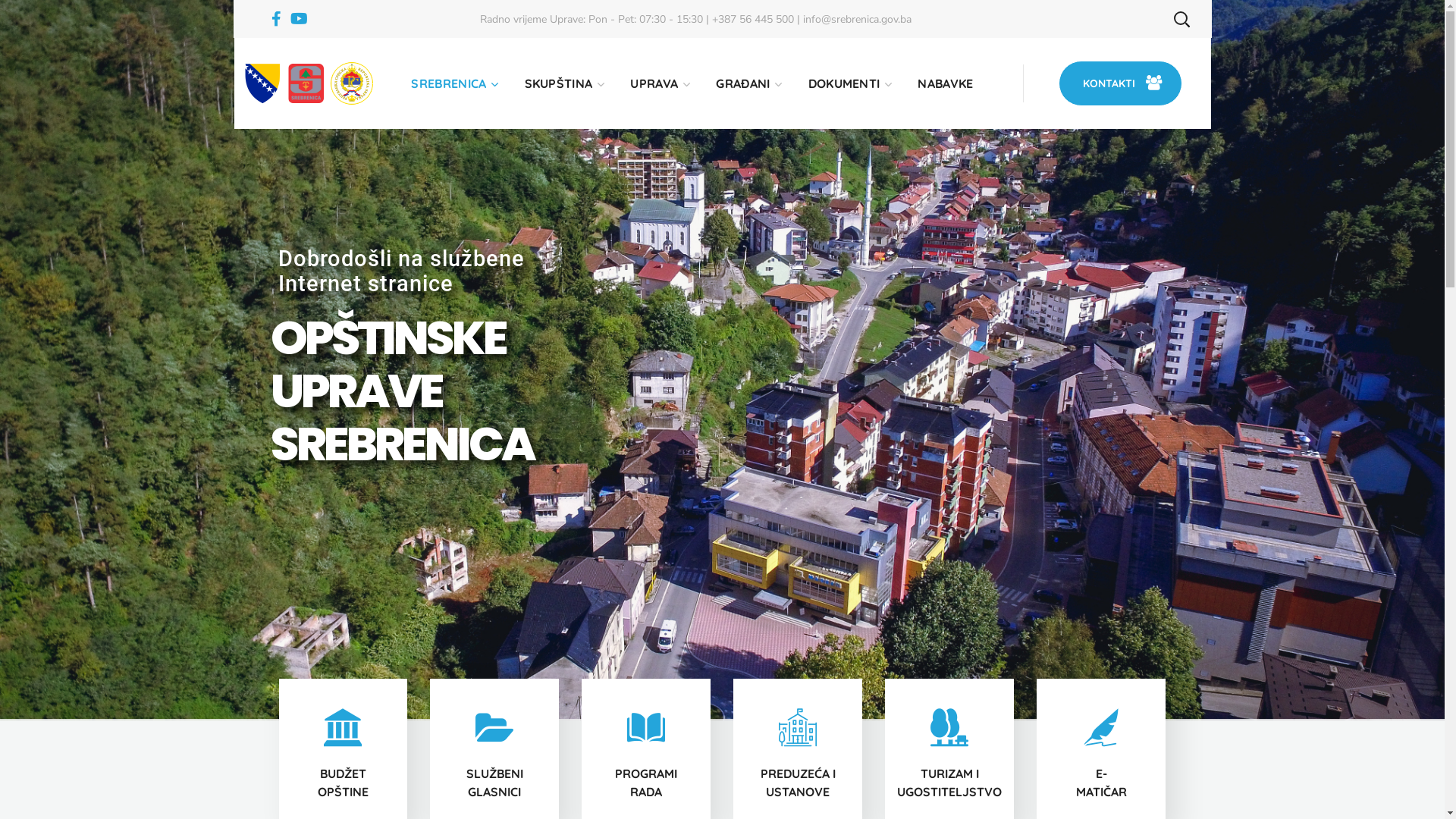  I want to click on 'NABAVKE', so click(944, 83).